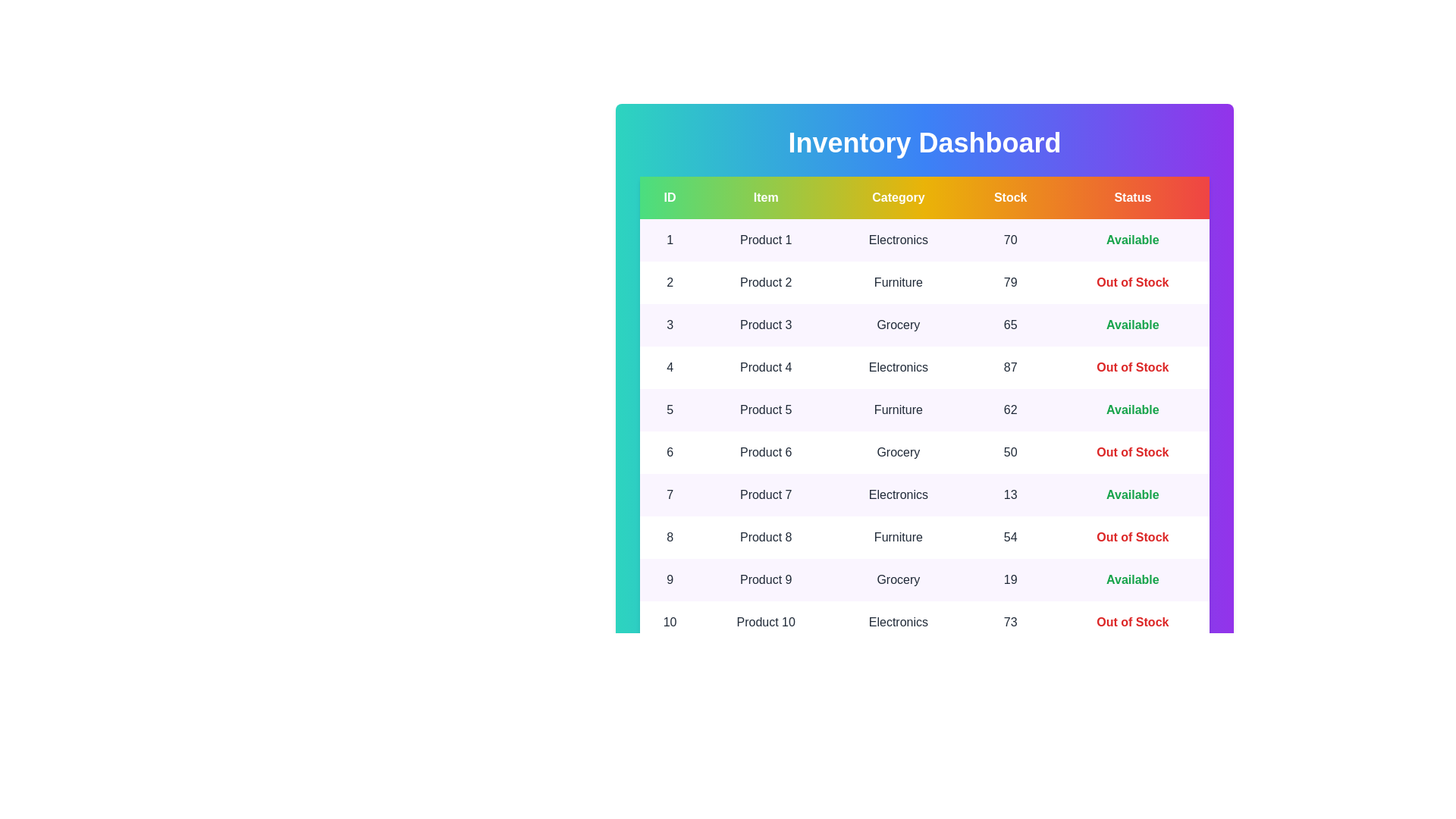  I want to click on the table header ID to sort the table by that column, so click(669, 197).